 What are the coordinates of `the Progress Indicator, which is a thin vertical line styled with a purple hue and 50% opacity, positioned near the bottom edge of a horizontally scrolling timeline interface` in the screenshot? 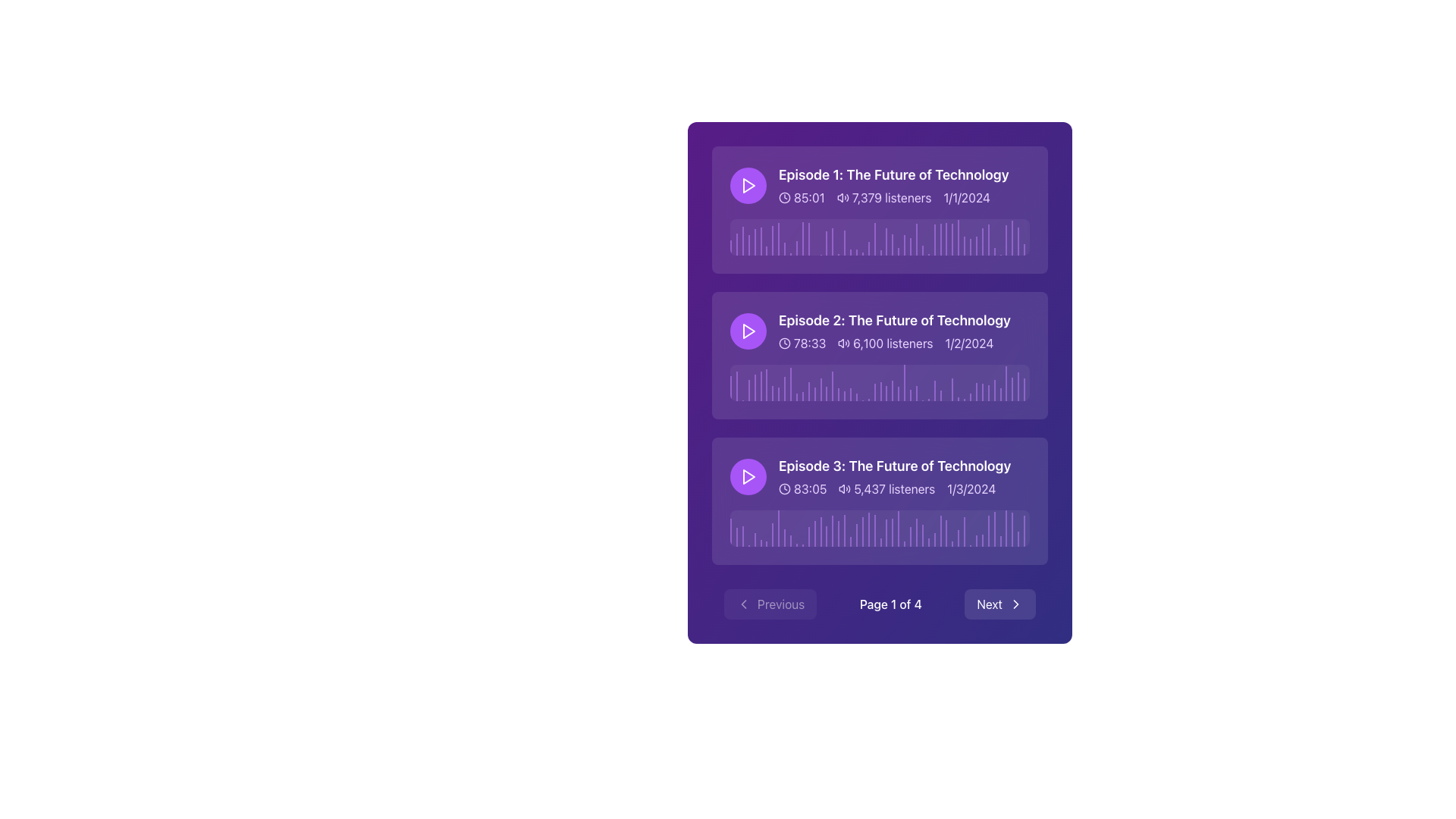 It's located at (1000, 541).